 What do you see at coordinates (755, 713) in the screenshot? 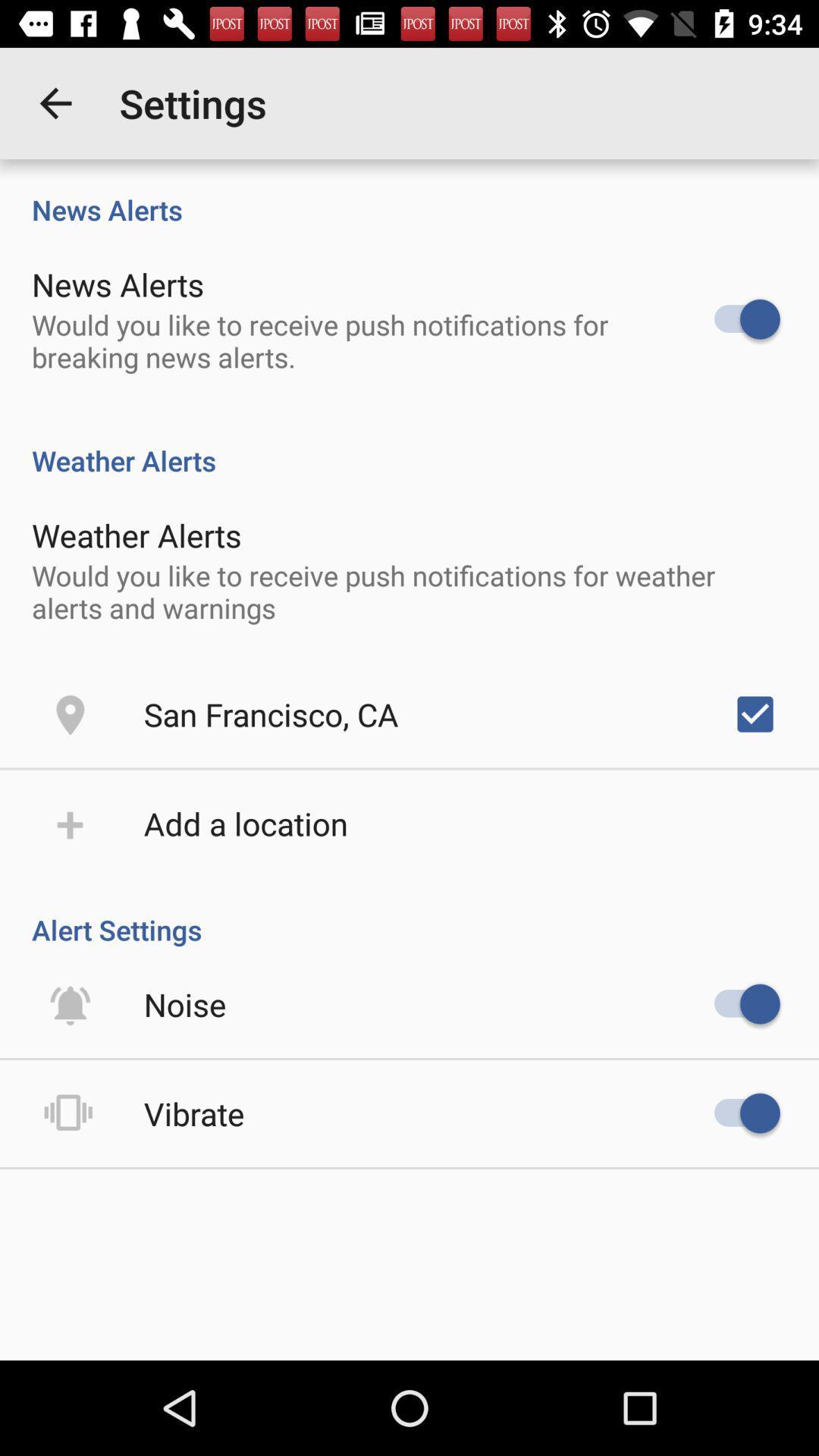
I see `the icon above alert settings item` at bounding box center [755, 713].